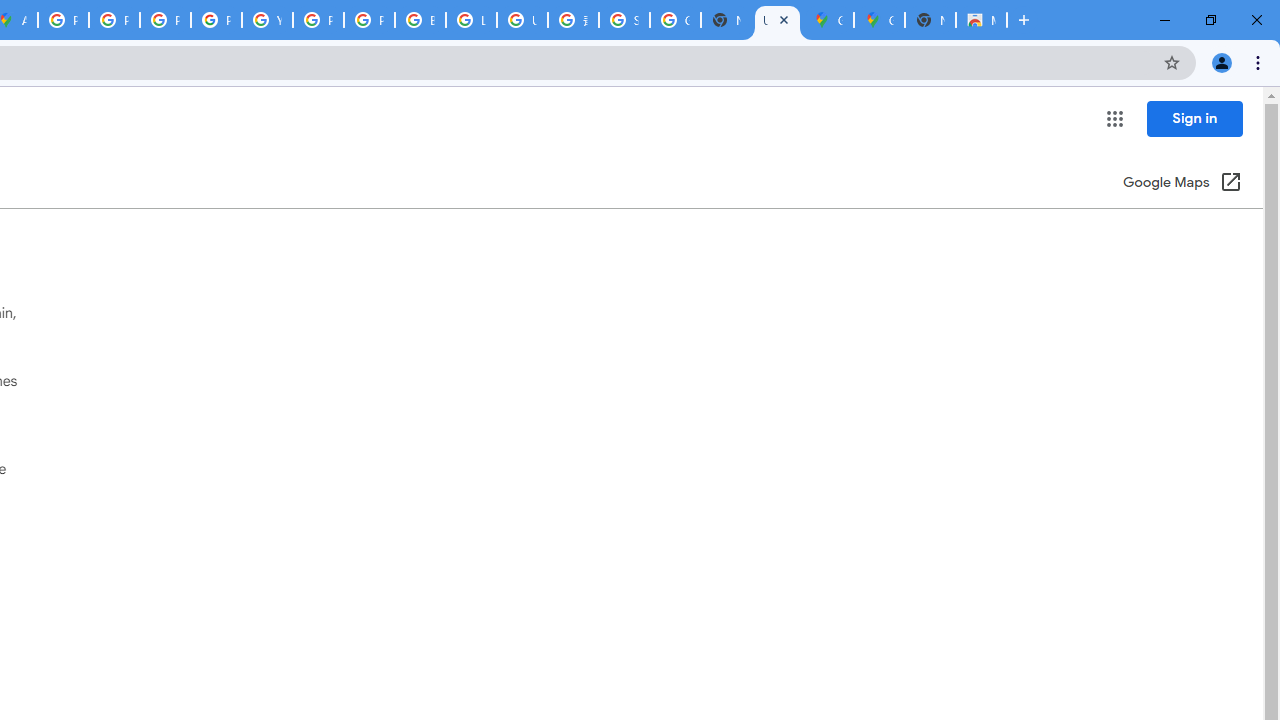 This screenshot has height=720, width=1280. I want to click on 'YouTube', so click(266, 20).